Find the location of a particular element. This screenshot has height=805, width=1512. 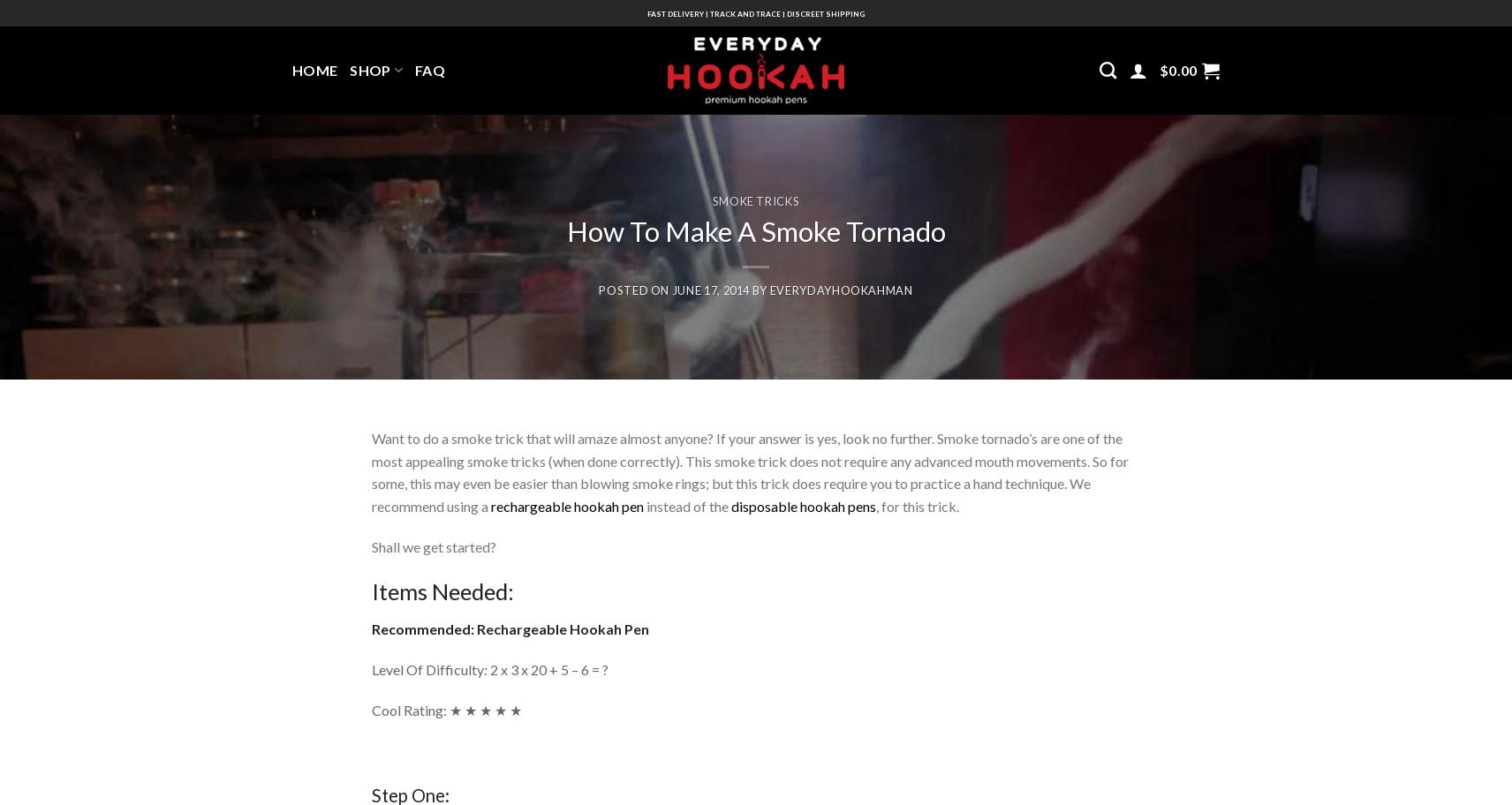

'Smoke Tricks' is located at coordinates (755, 201).